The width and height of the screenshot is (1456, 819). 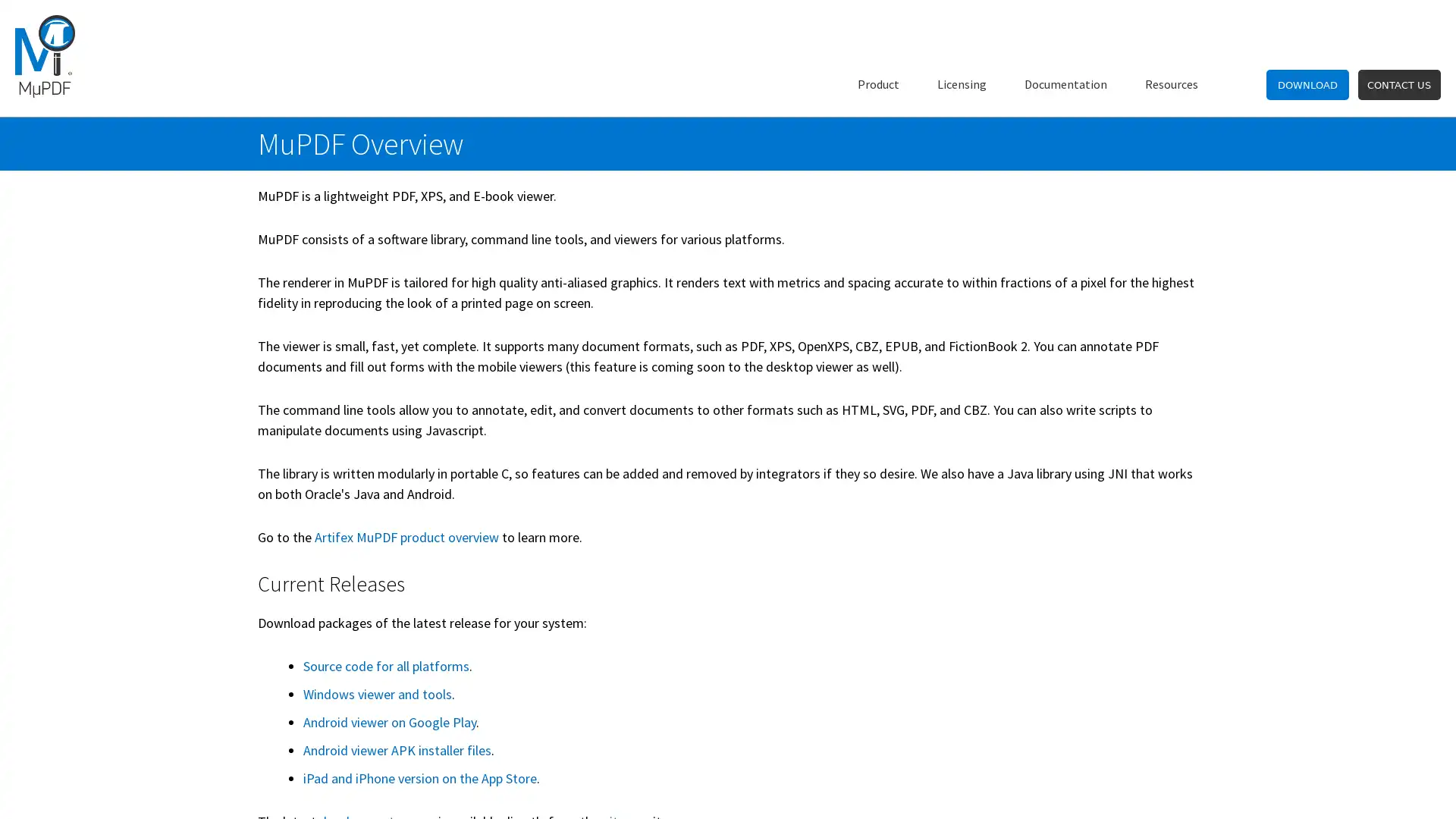 I want to click on DOWNLOAD, so click(x=1307, y=84).